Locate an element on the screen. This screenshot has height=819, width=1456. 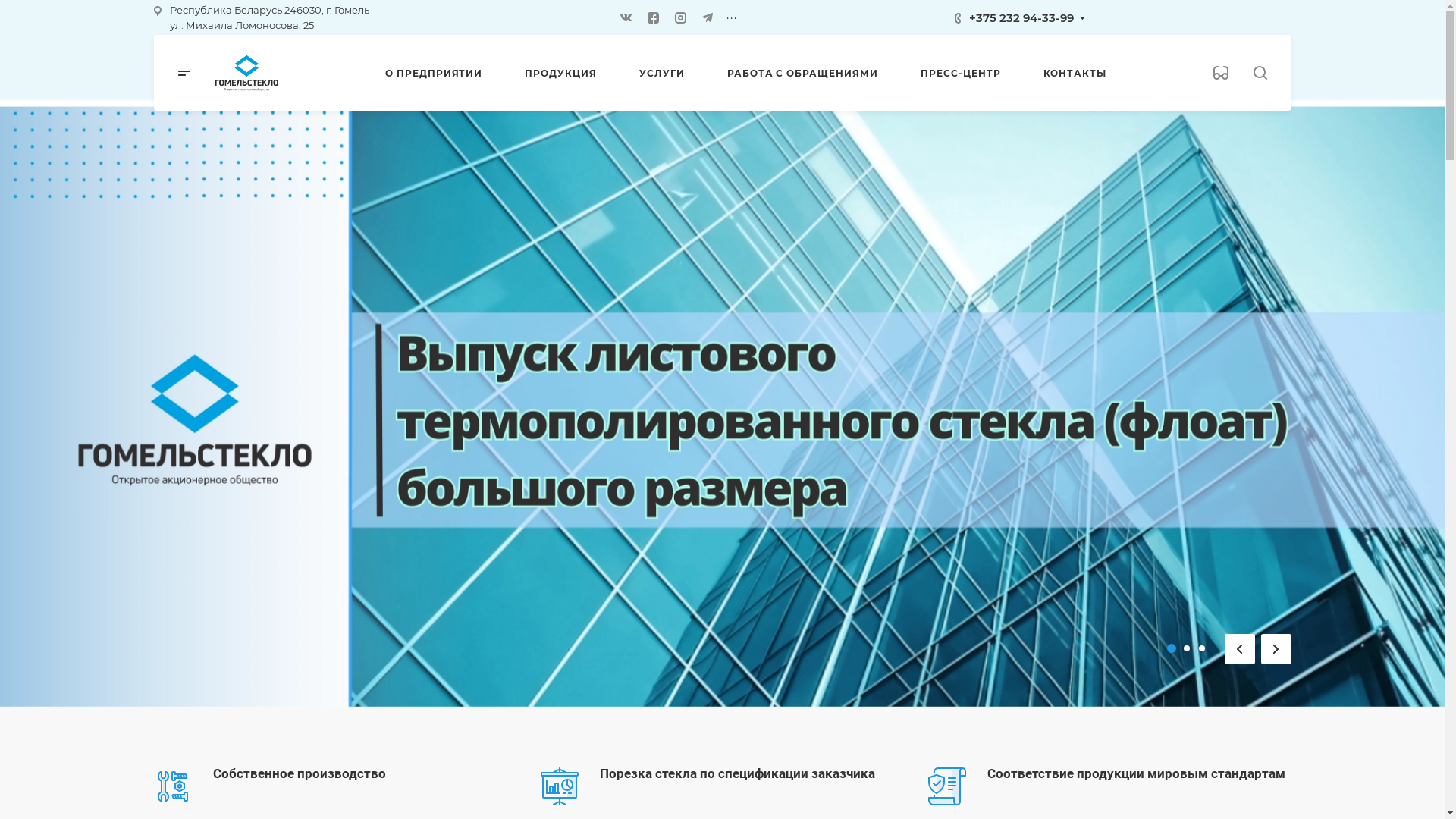
'Facebook' is located at coordinates (652, 17).